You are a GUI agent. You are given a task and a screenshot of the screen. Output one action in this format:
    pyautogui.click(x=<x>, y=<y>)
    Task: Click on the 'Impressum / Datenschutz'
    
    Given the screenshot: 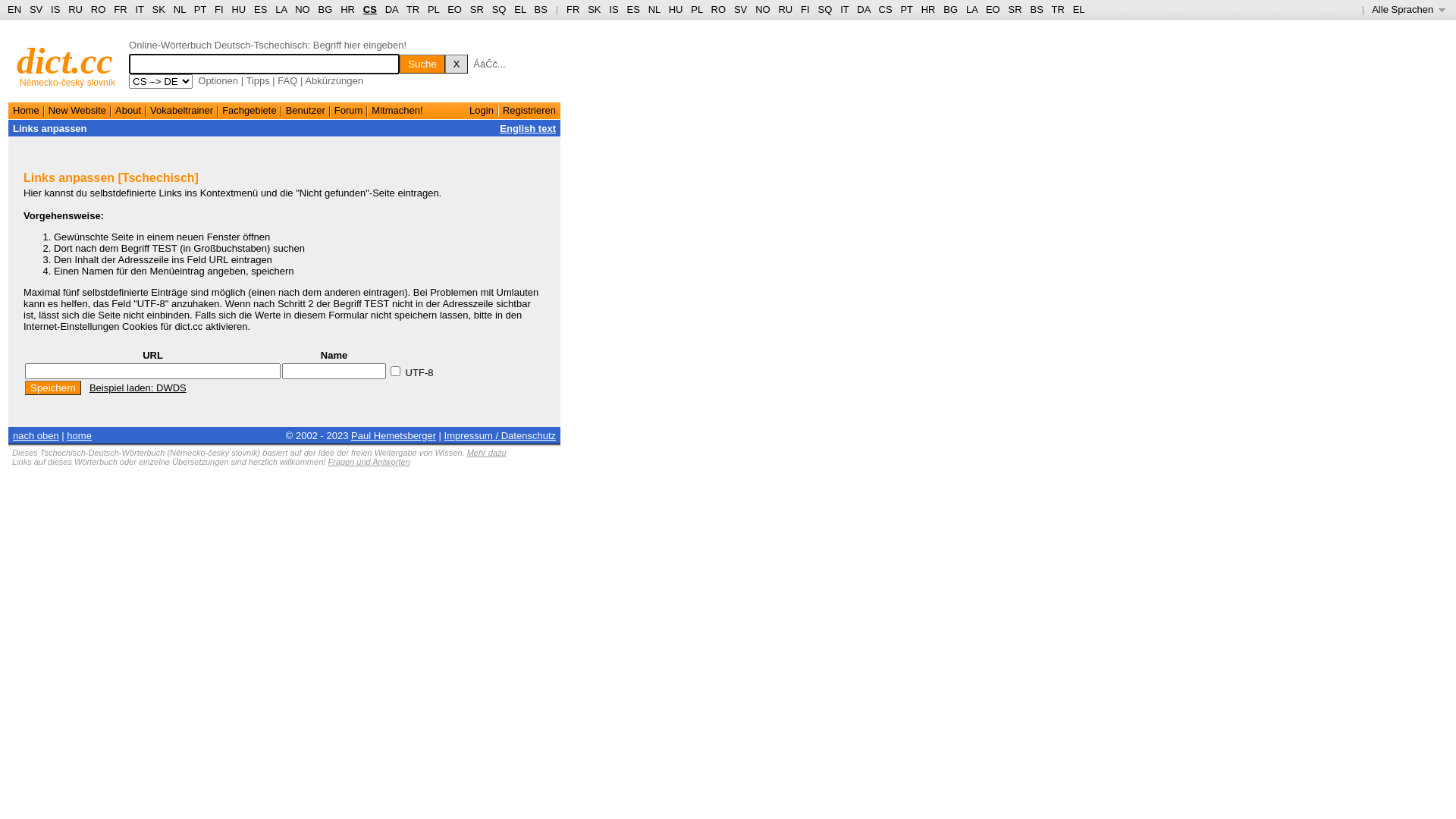 What is the action you would take?
    pyautogui.click(x=500, y=435)
    